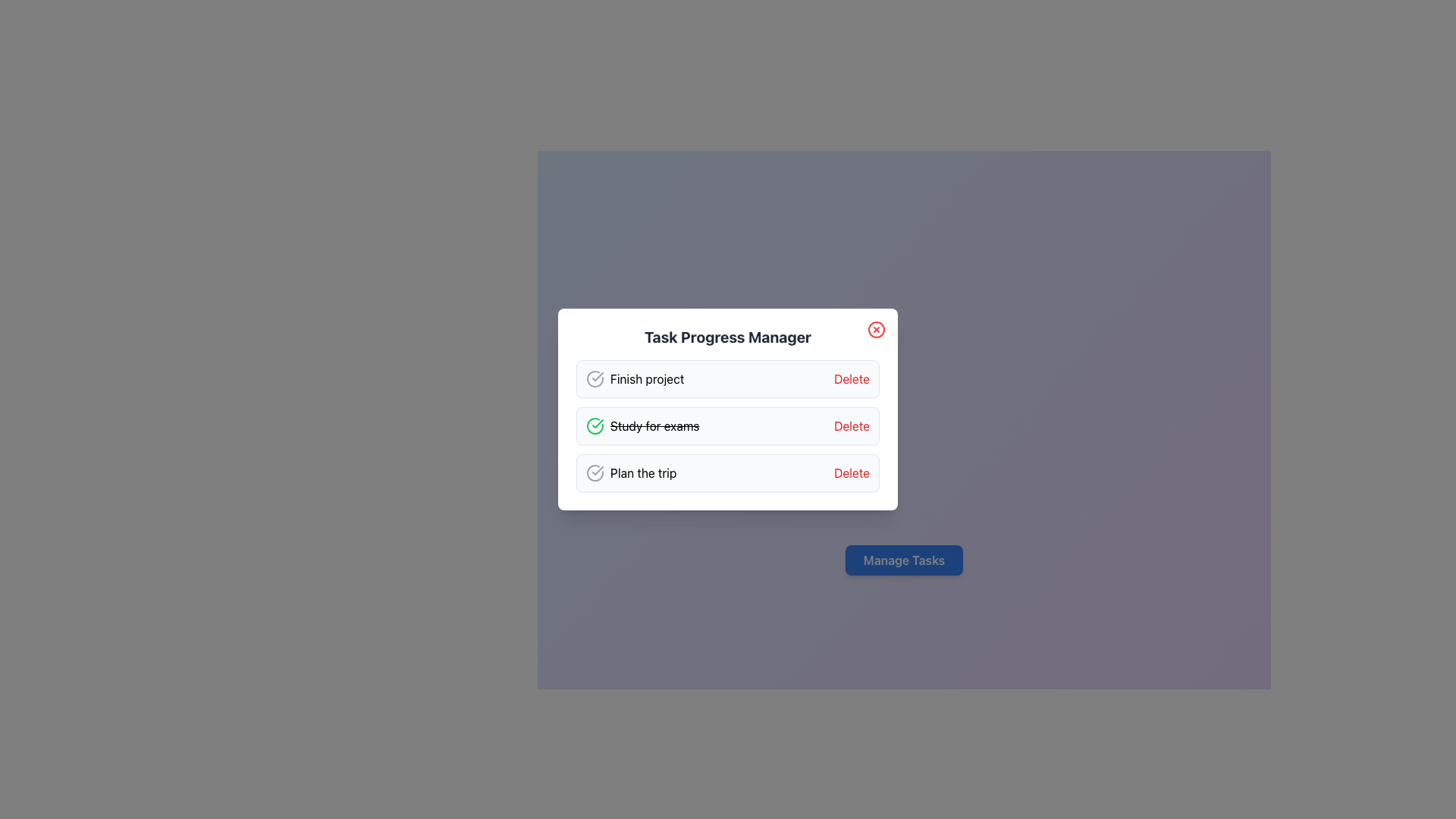 The height and width of the screenshot is (819, 1456). Describe the element at coordinates (643, 472) in the screenshot. I see `the text label that describes the task 'Plan the trip' in the Task Progress Manager dialog box, which is the third entry in the task list` at that location.